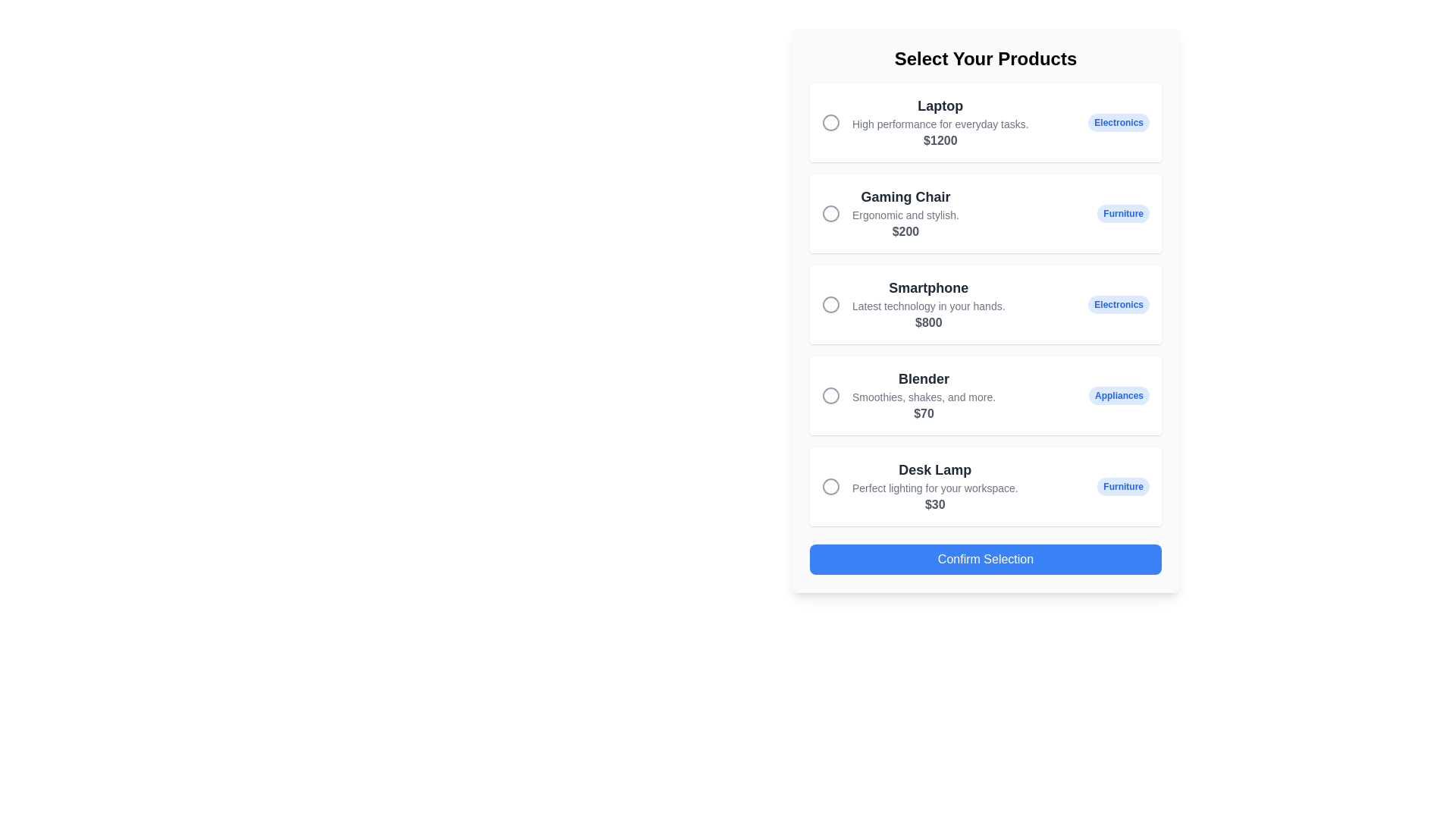 The width and height of the screenshot is (1456, 819). Describe the element at coordinates (934, 469) in the screenshot. I see `static text element displaying 'Desk Lamp' which is prominently styled at the top of the fifth product panel in the list` at that location.